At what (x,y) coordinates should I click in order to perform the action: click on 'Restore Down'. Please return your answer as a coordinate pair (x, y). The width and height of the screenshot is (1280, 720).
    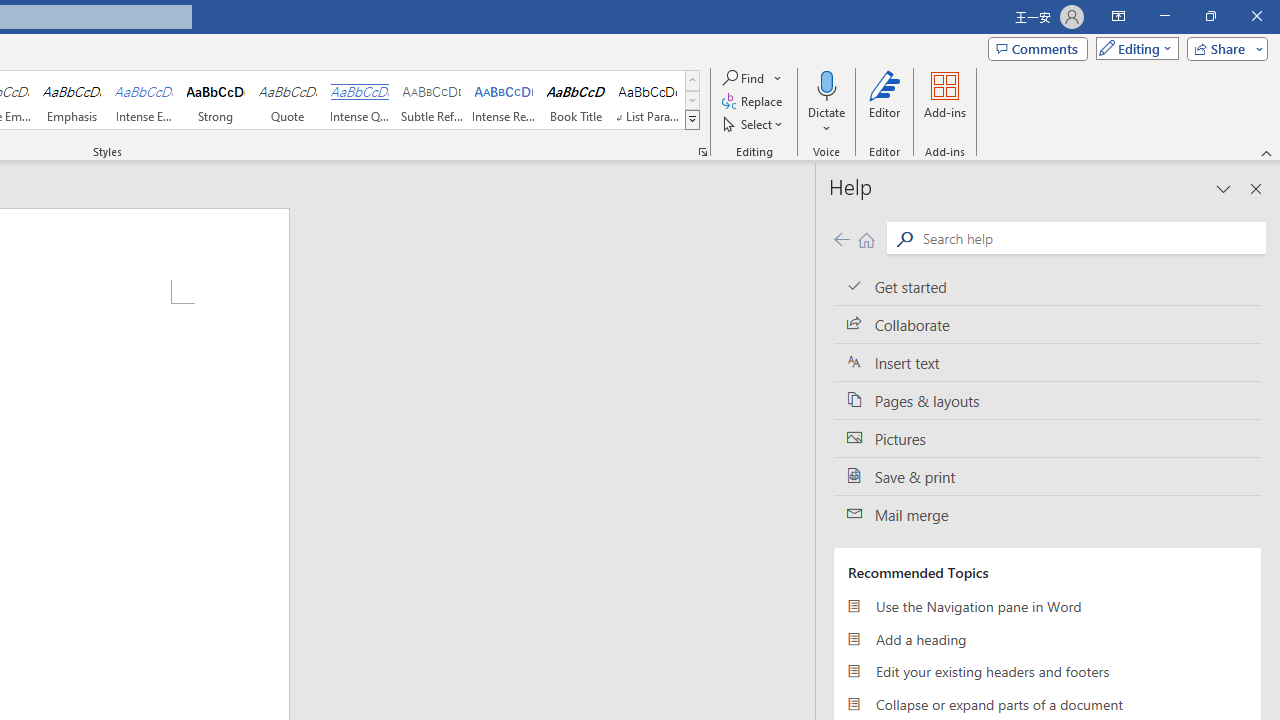
    Looking at the image, I should click on (1209, 16).